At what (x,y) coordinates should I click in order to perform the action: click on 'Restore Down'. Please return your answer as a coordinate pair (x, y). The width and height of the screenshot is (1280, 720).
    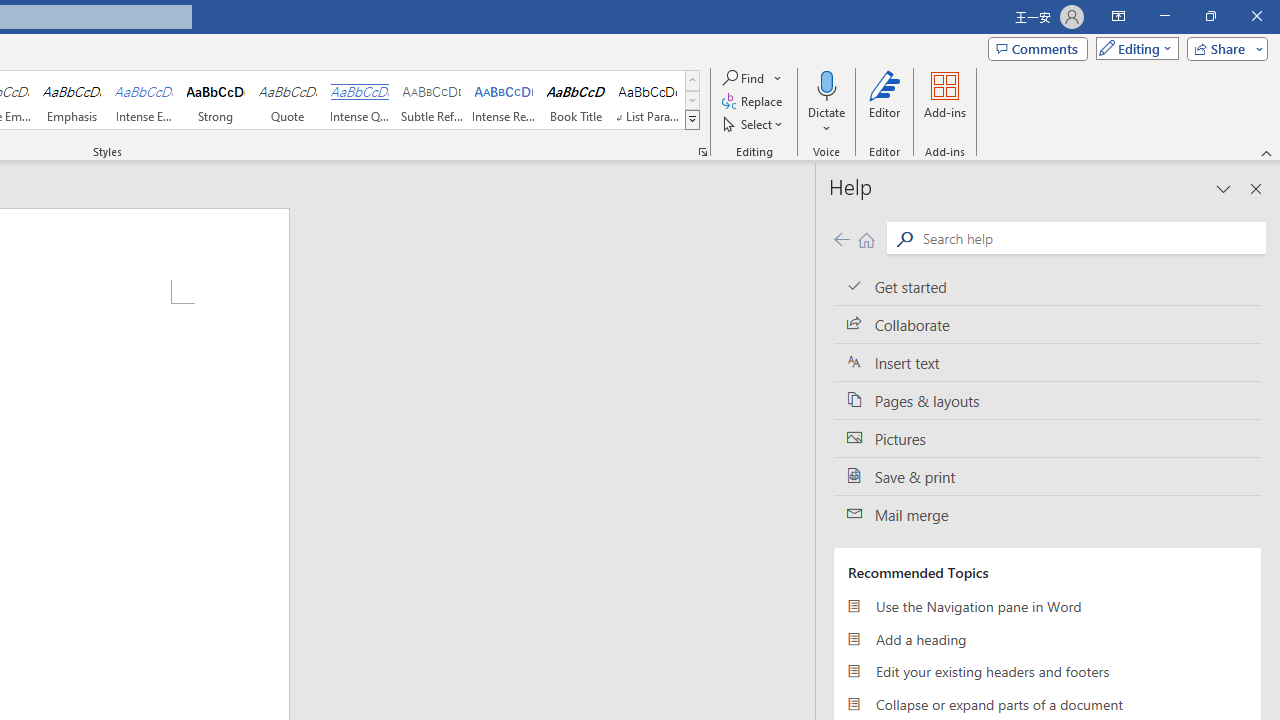
    Looking at the image, I should click on (1209, 16).